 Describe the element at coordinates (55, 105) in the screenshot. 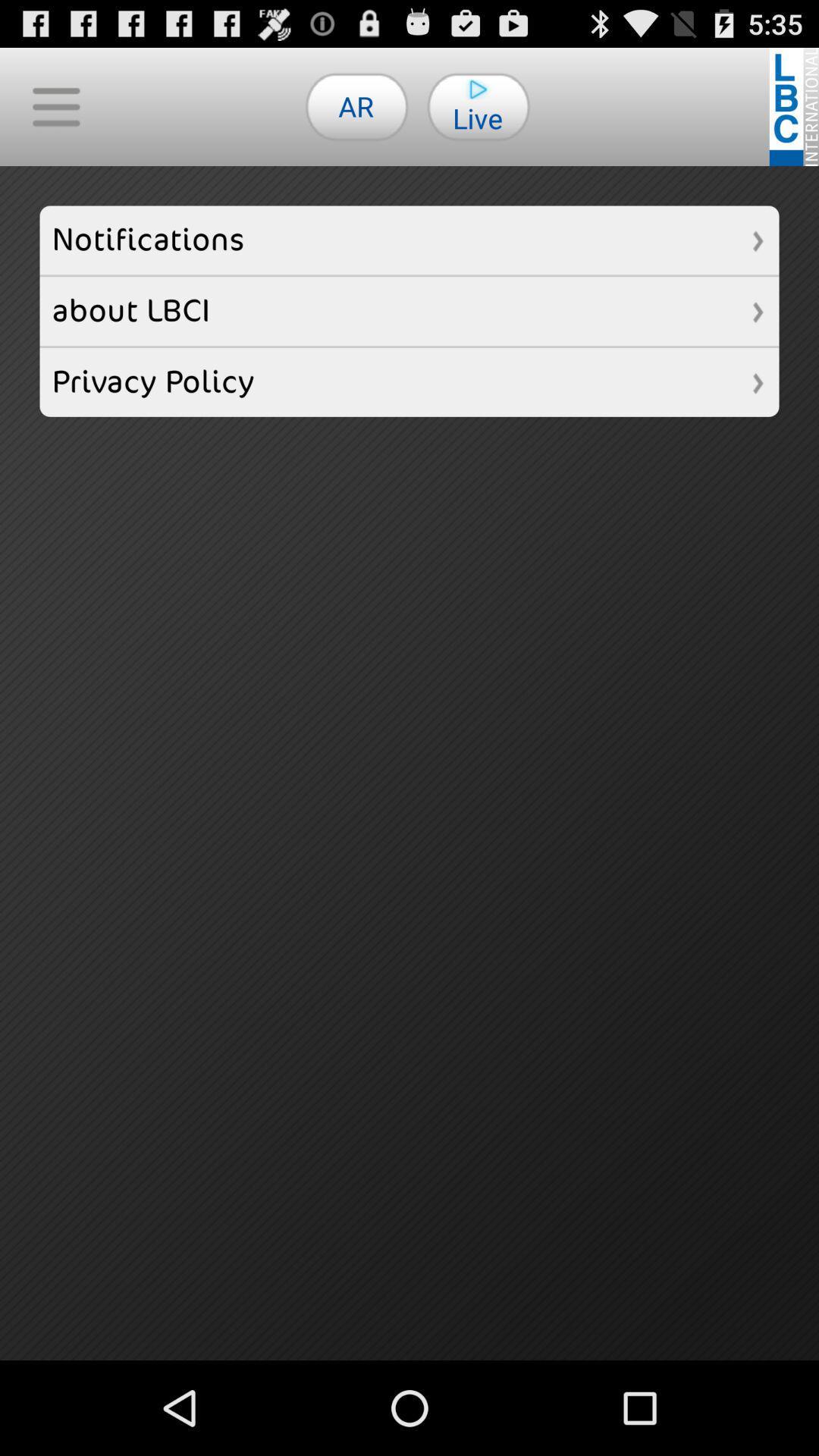

I see `the button next to the ar item` at that location.